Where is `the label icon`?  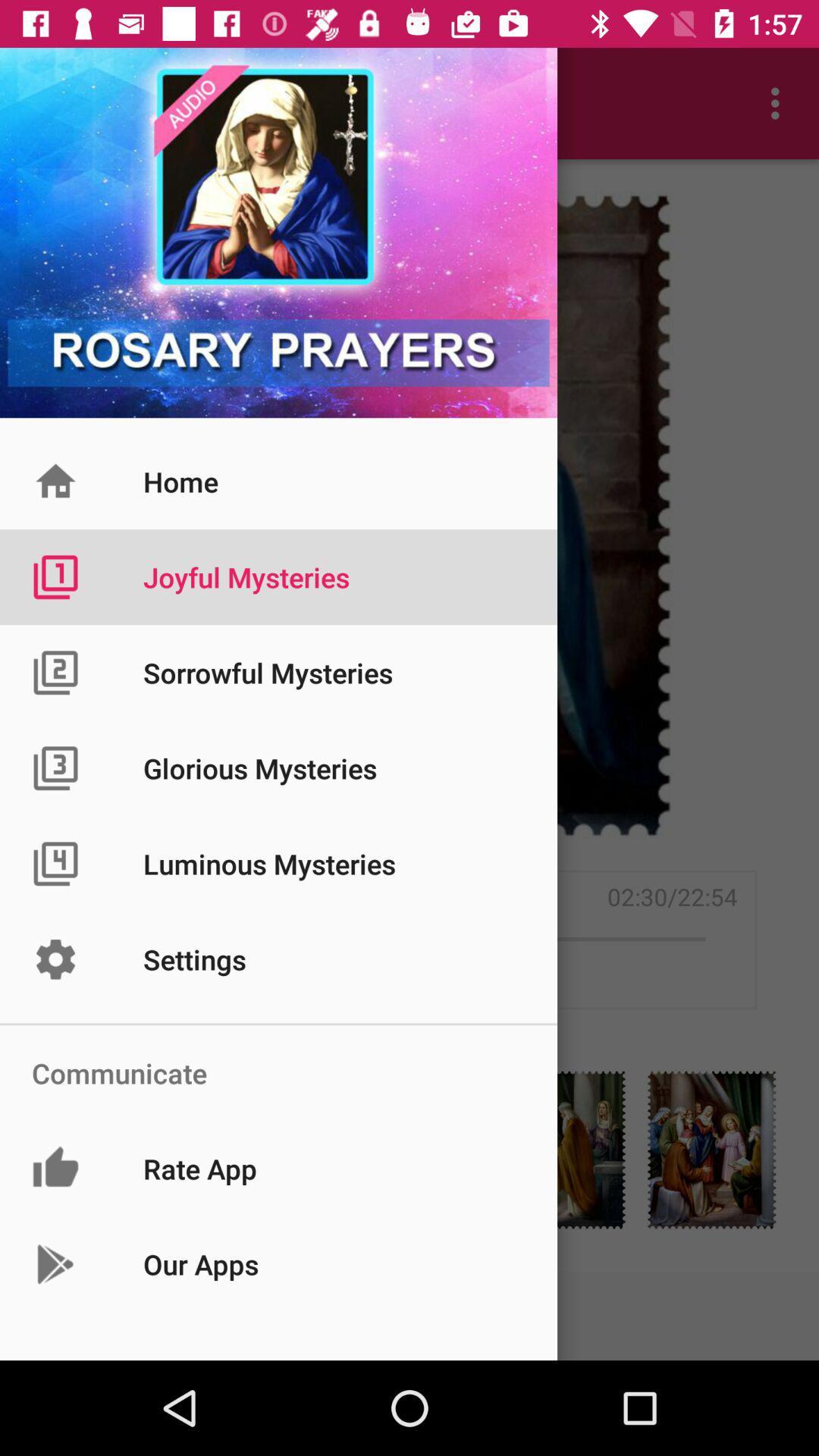
the label icon is located at coordinates (106, 1150).